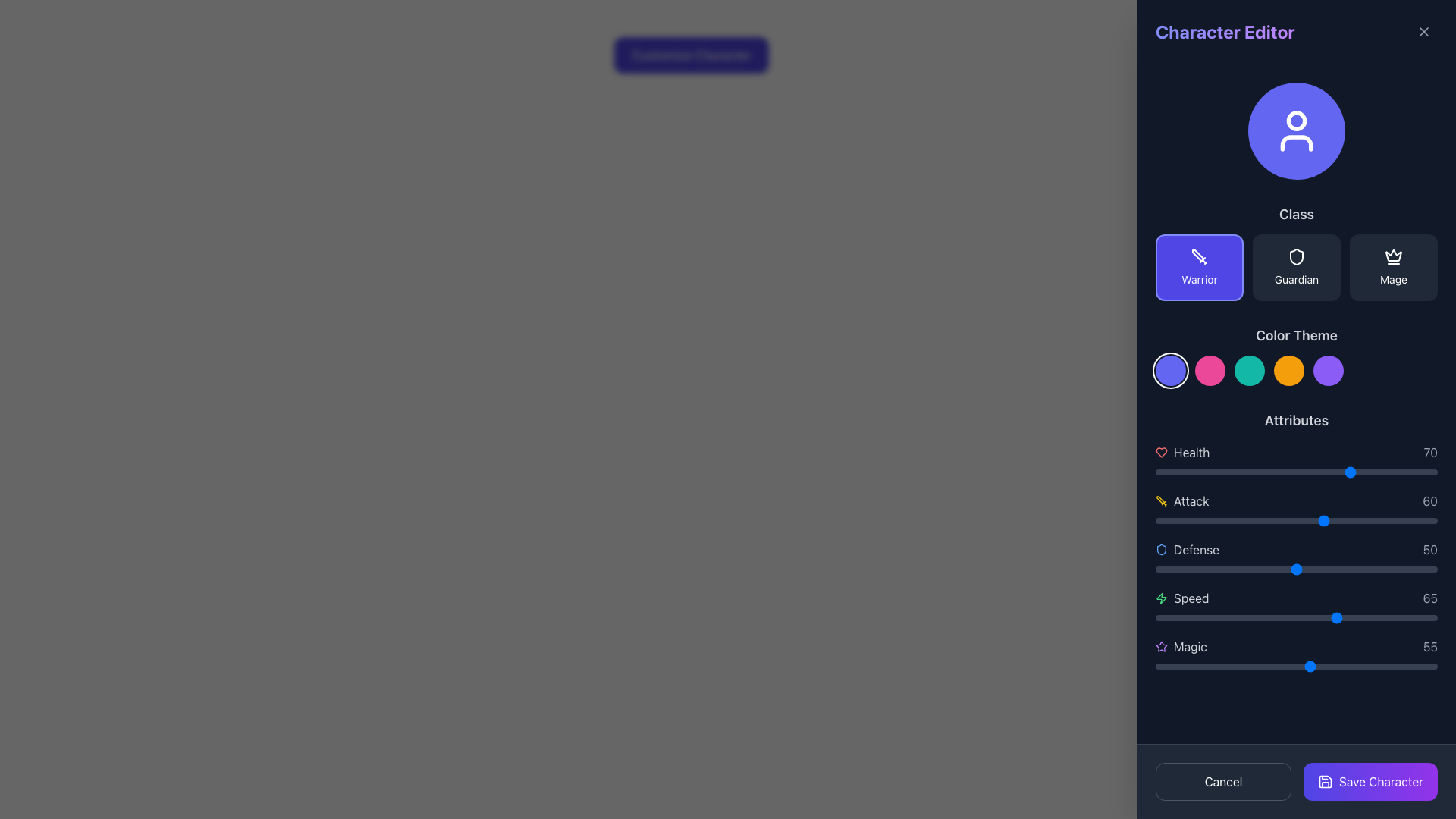 The height and width of the screenshot is (819, 1456). What do you see at coordinates (1408, 666) in the screenshot?
I see `the magic attribute` at bounding box center [1408, 666].